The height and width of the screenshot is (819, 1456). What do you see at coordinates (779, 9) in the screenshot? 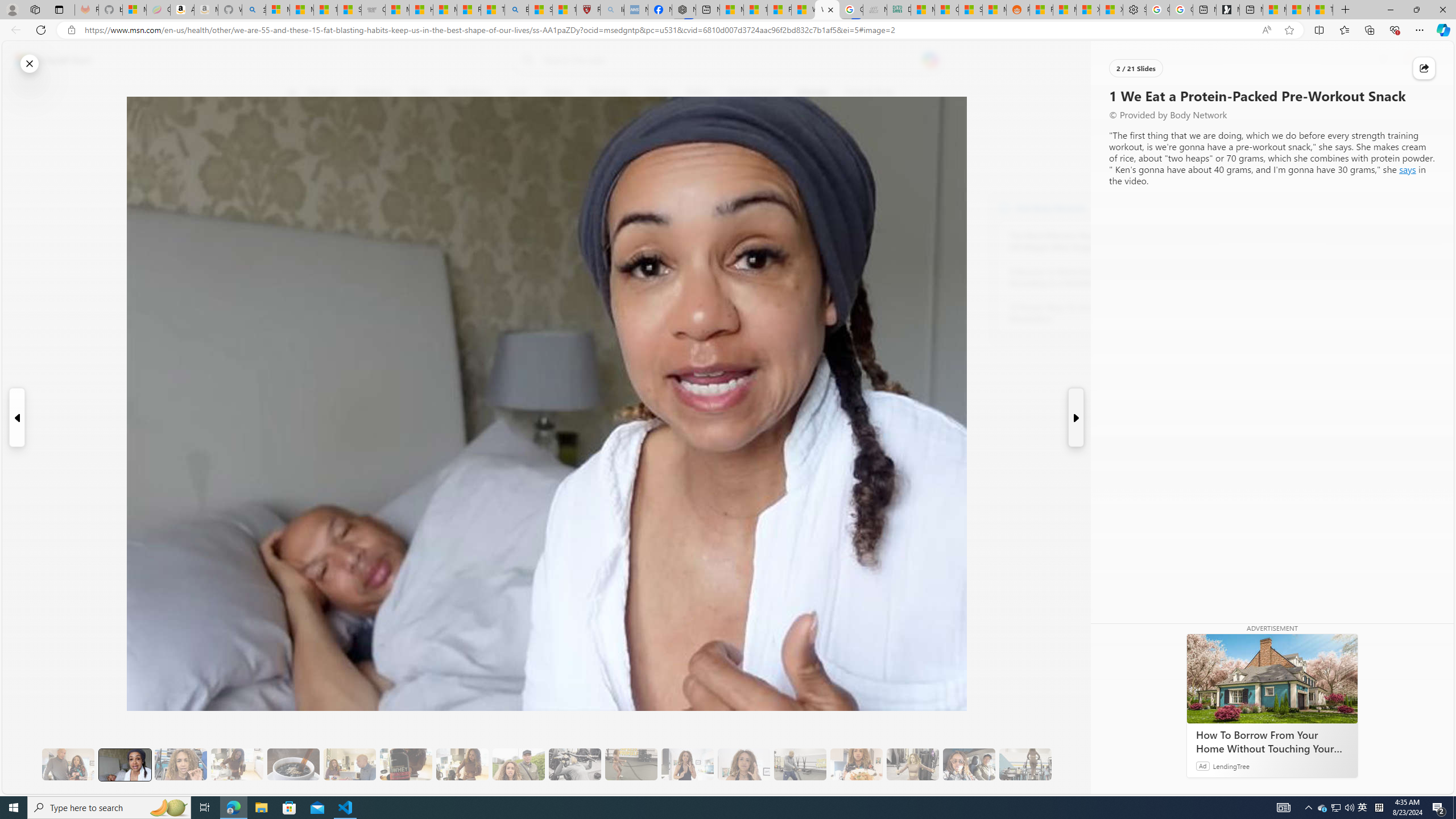
I see `'Fitness - MSN'` at bounding box center [779, 9].